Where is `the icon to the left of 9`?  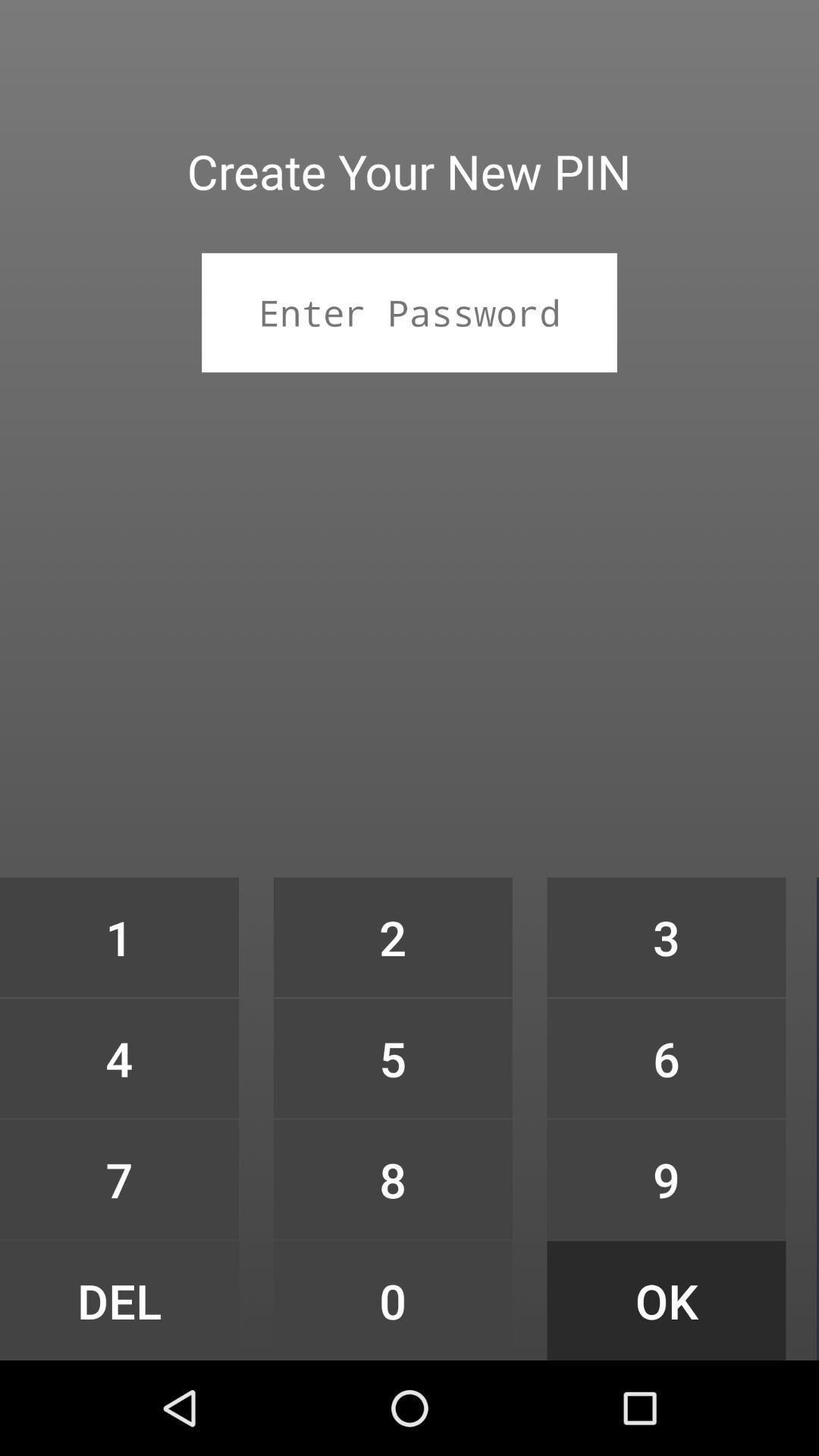
the icon to the left of 9 is located at coordinates (392, 1300).